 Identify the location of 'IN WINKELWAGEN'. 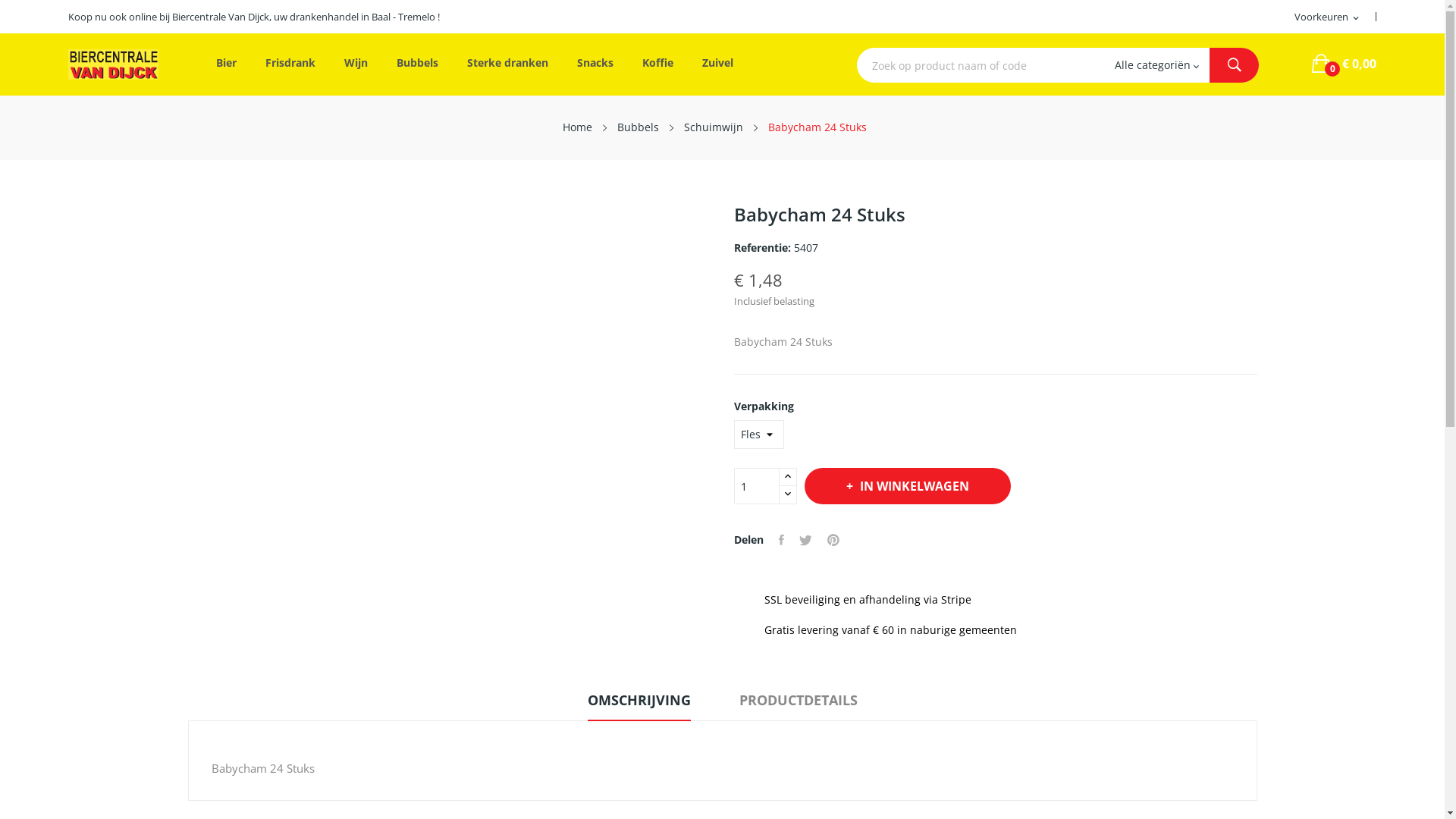
(906, 485).